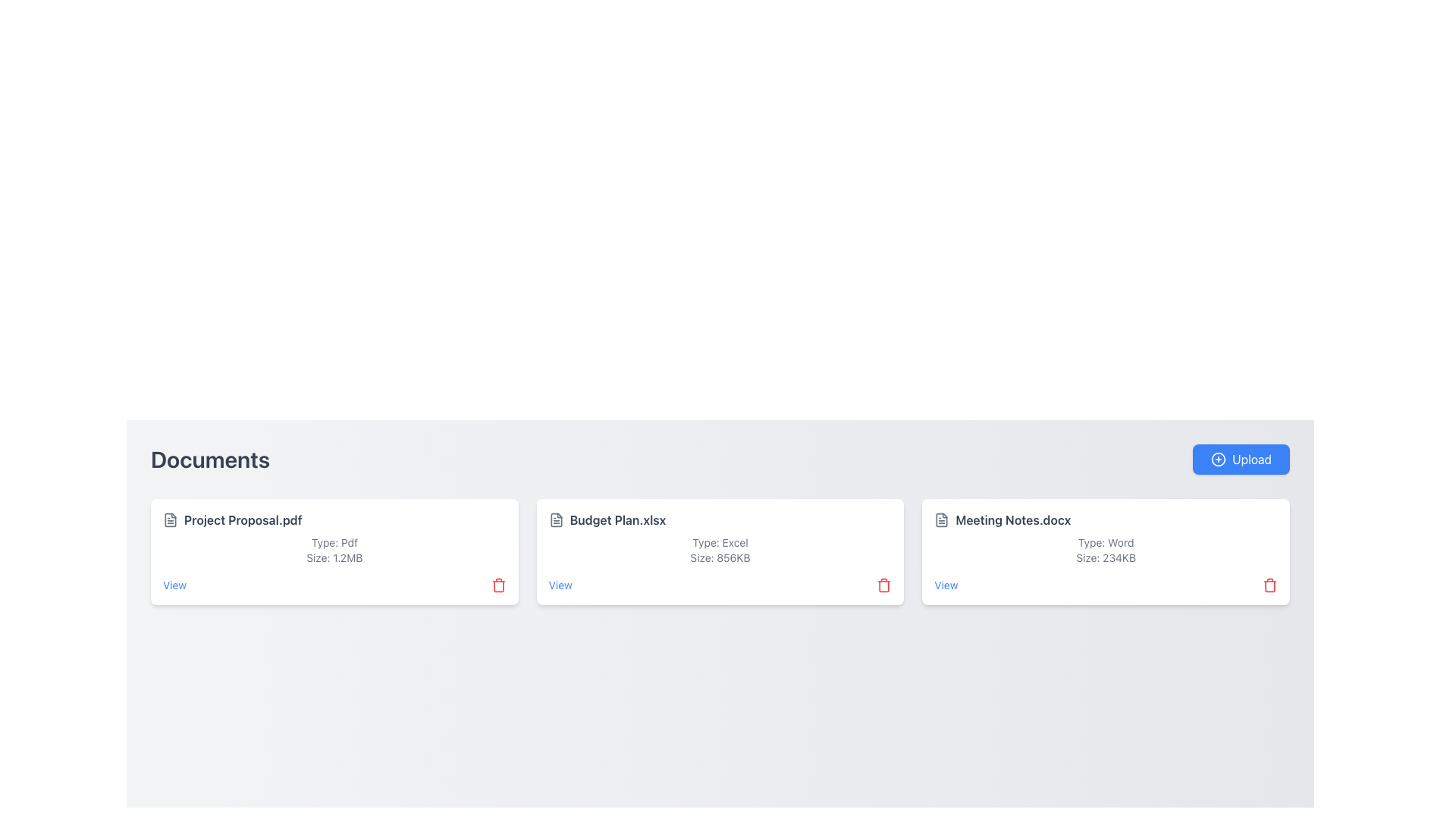 This screenshot has width=1456, height=819. What do you see at coordinates (243, 519) in the screenshot?
I see `the bold gray text label displaying 'Project Proposal.pdf'` at bounding box center [243, 519].